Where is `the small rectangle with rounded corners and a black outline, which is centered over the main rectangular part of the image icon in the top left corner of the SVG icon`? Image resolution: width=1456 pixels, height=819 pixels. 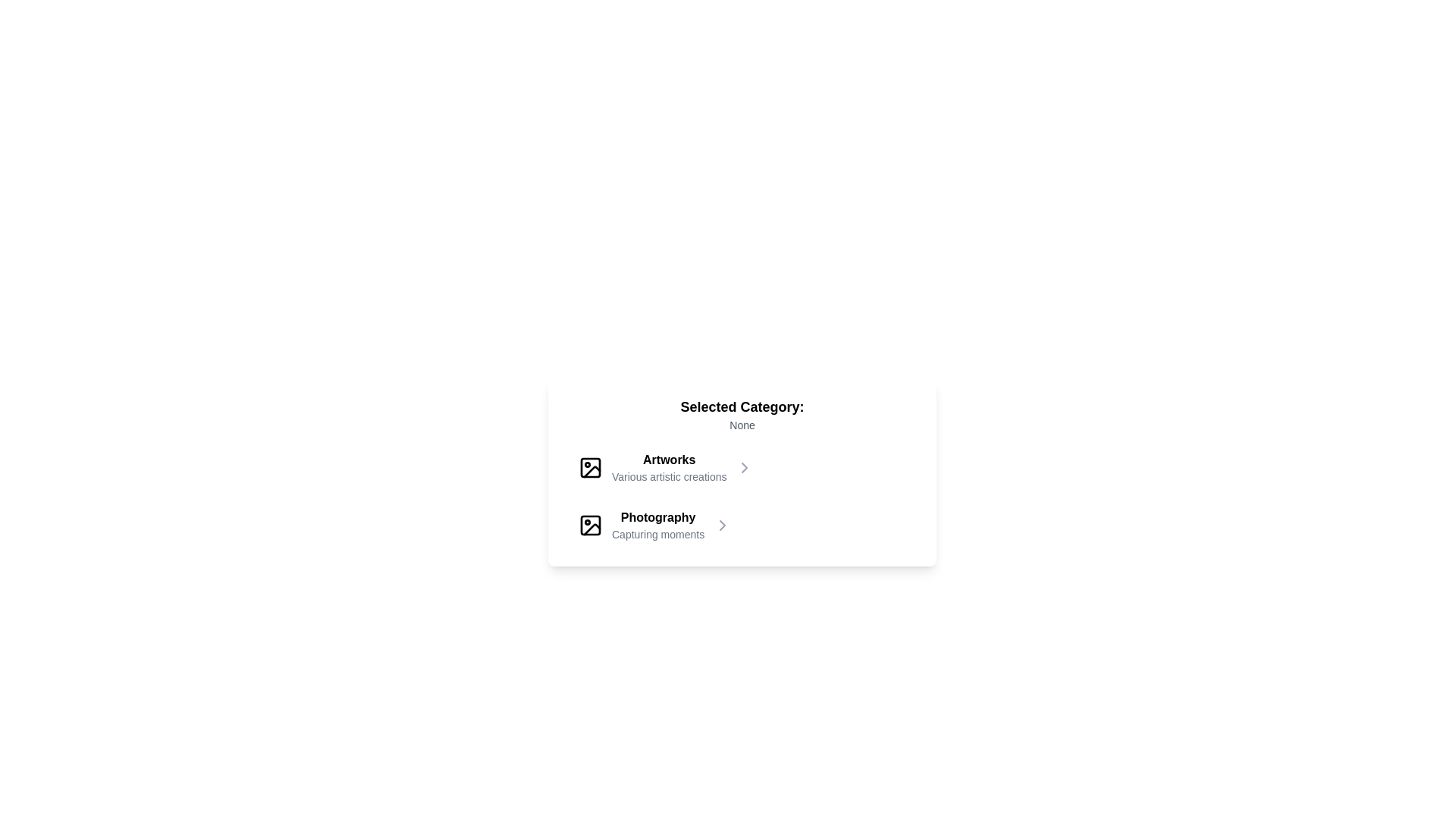
the small rectangle with rounded corners and a black outline, which is centered over the main rectangular part of the image icon in the top left corner of the SVG icon is located at coordinates (589, 467).